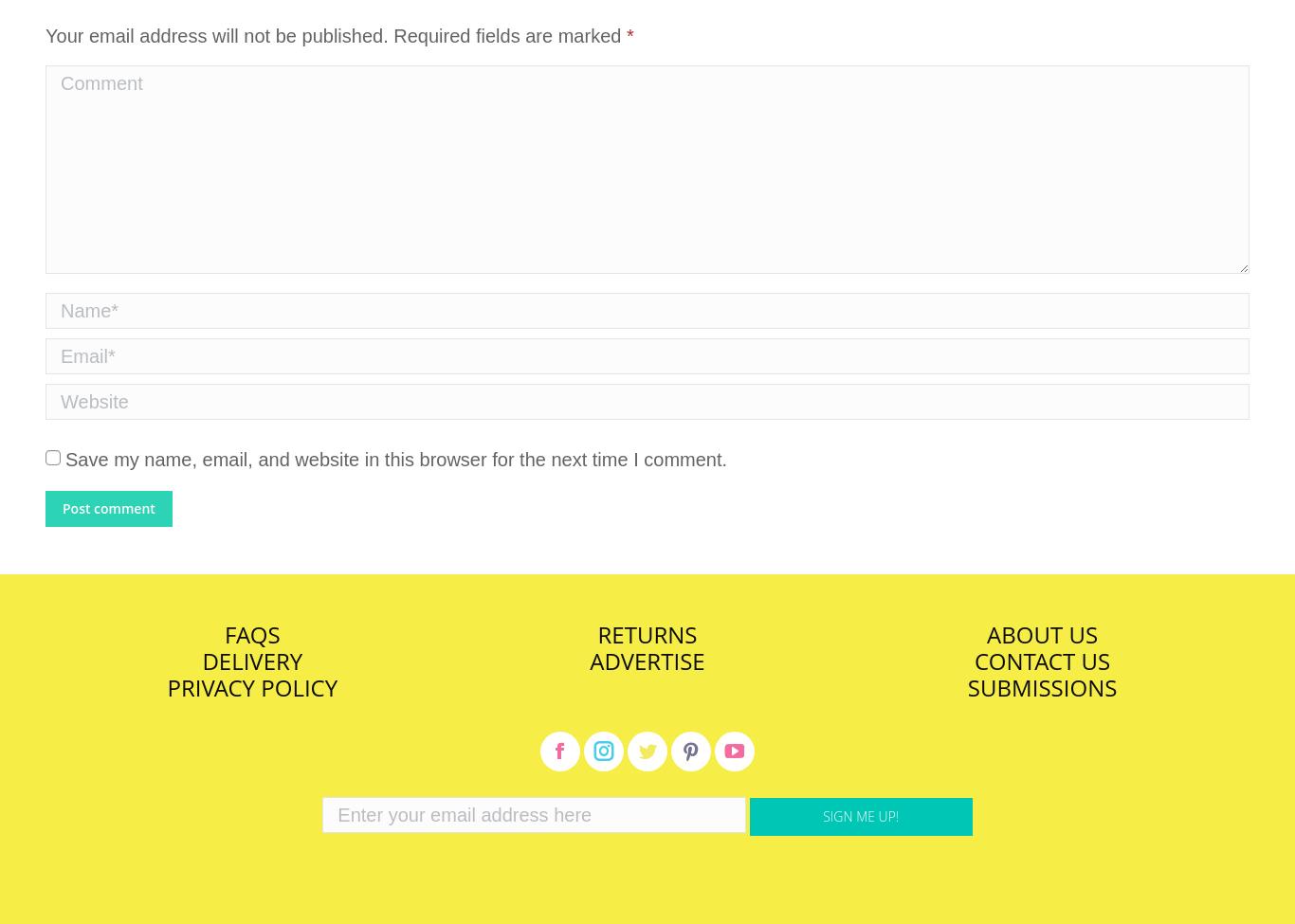  Describe the element at coordinates (108, 507) in the screenshot. I see `'Post comment'` at that location.